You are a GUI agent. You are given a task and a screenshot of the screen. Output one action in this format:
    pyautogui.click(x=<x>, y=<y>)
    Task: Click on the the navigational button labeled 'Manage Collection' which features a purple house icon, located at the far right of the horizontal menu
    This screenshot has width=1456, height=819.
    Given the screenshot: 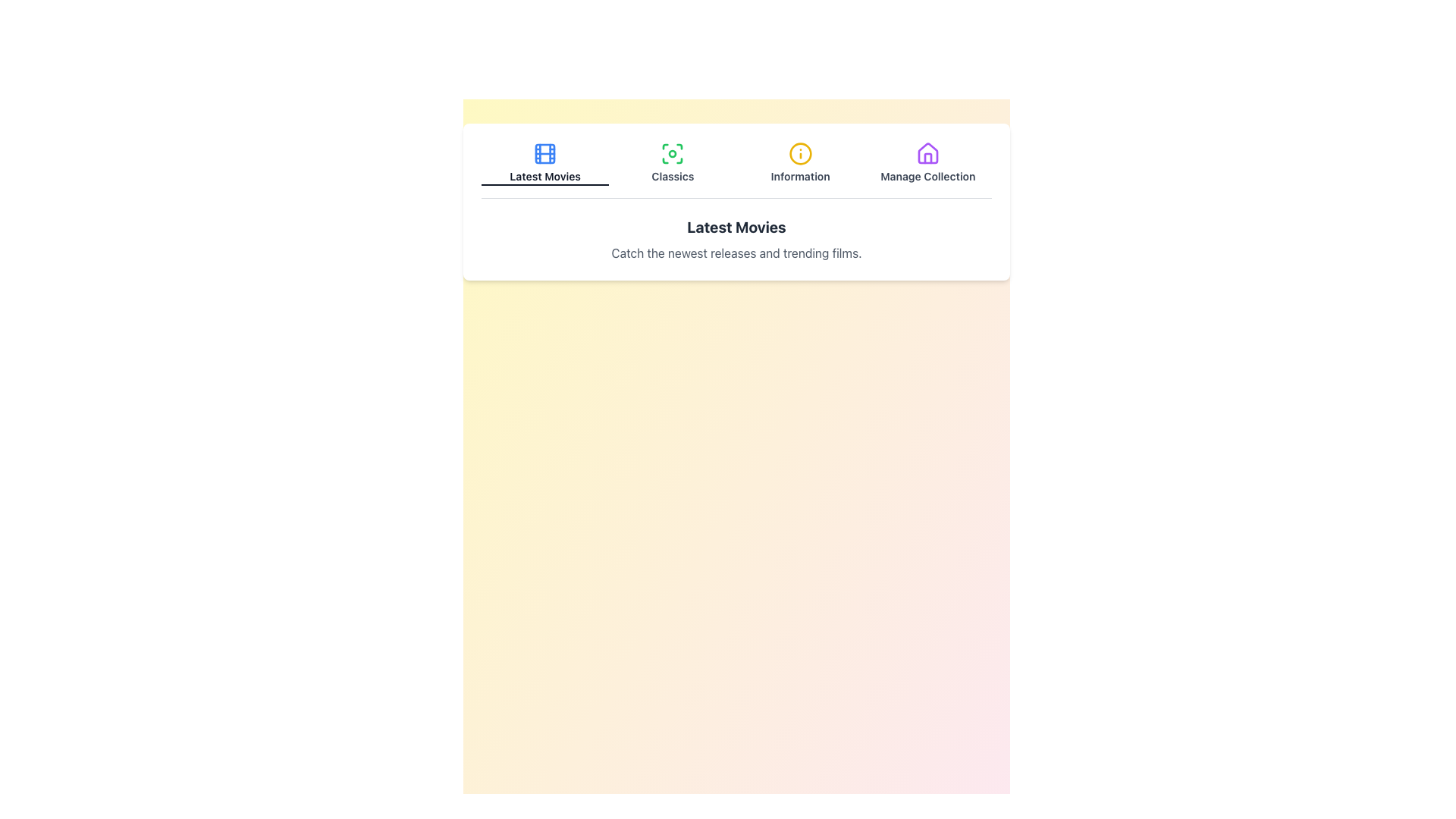 What is the action you would take?
    pyautogui.click(x=927, y=164)
    